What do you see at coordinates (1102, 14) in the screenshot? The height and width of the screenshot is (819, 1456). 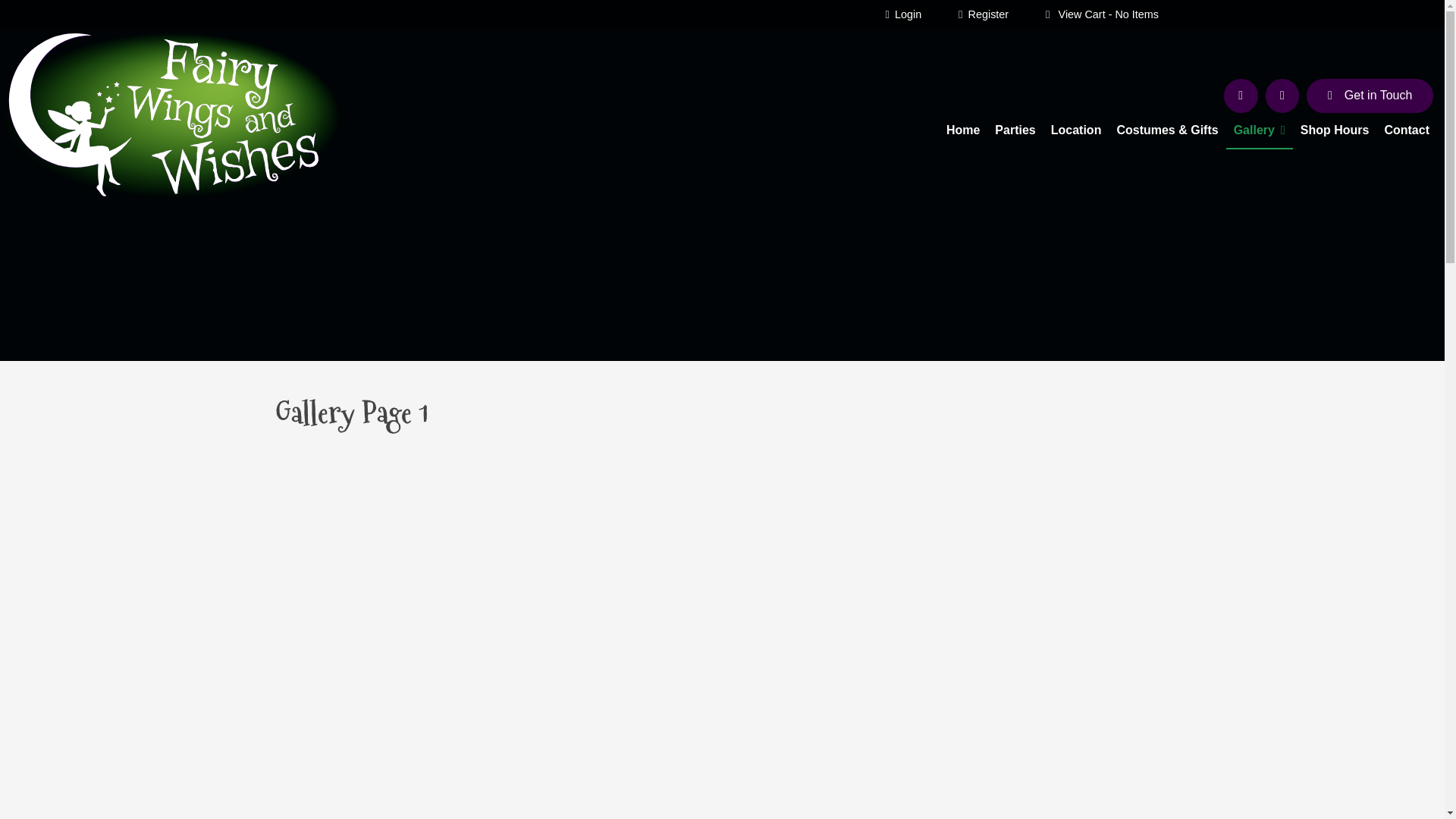 I see `'View Cart - No Items'` at bounding box center [1102, 14].